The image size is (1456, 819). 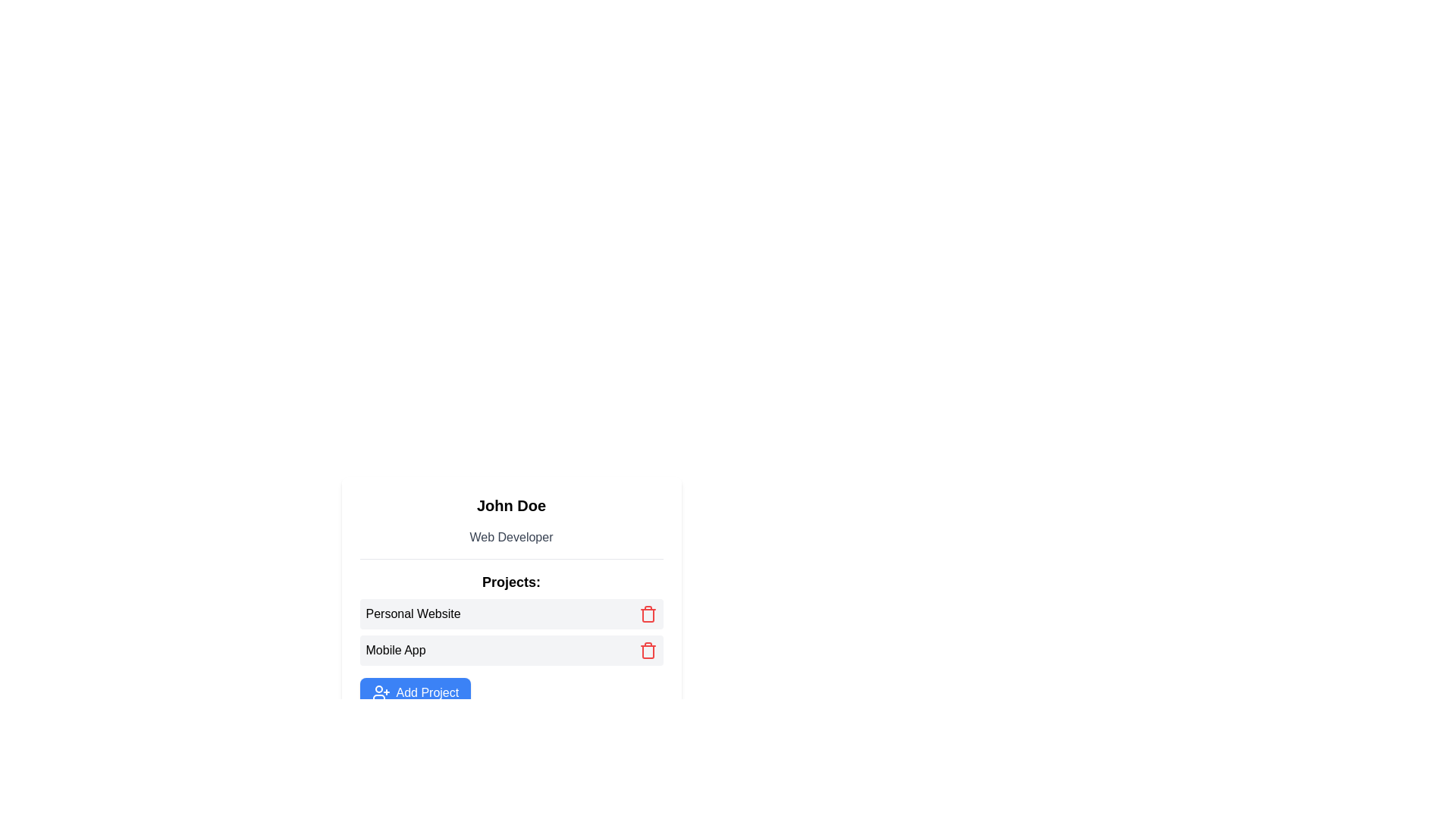 What do you see at coordinates (511, 537) in the screenshot?
I see `the static text label that serves as a descriptor for 'John Doe', positioned directly below it` at bounding box center [511, 537].